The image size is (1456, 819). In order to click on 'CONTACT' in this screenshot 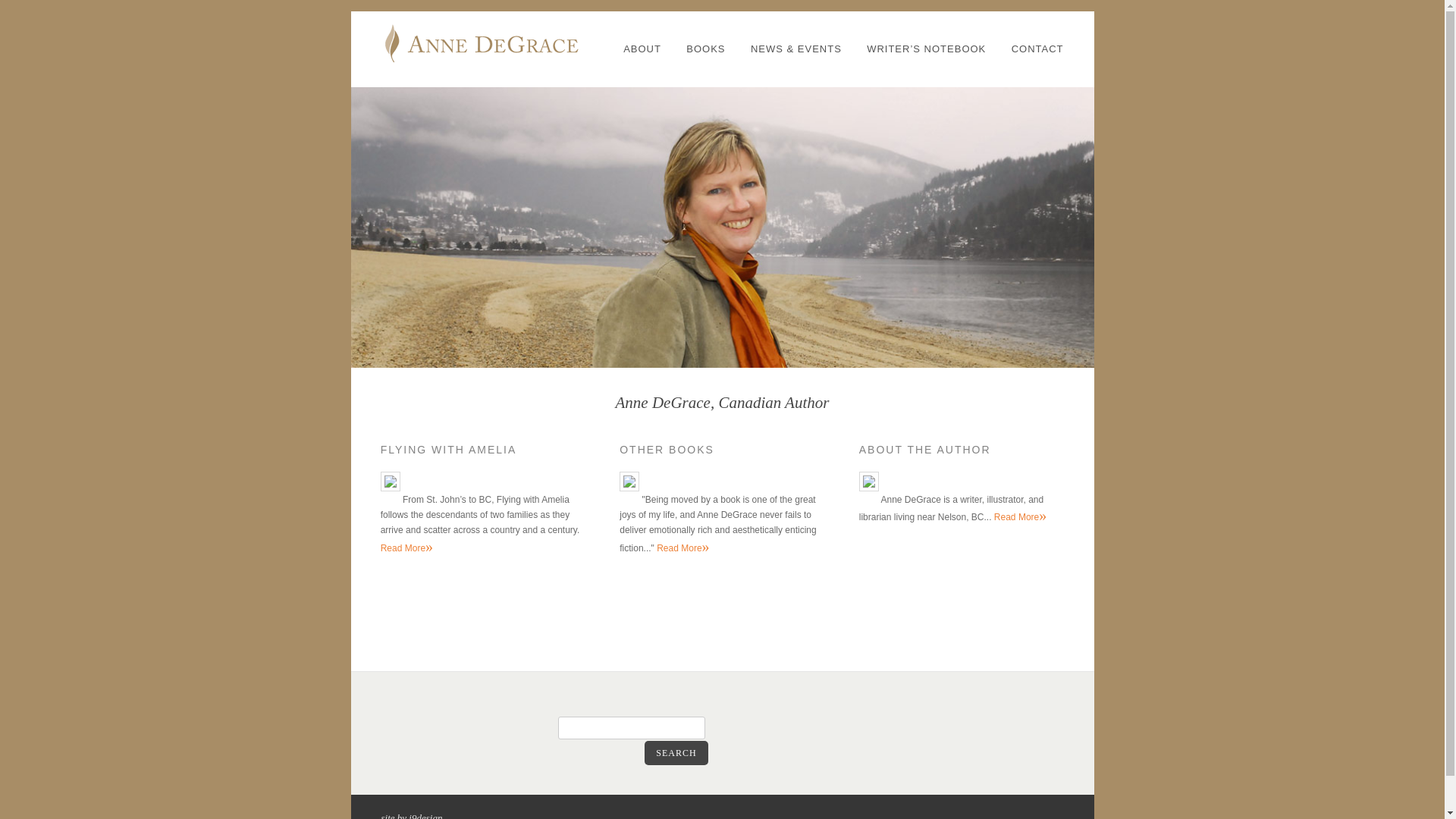, I will do `click(1000, 48)`.